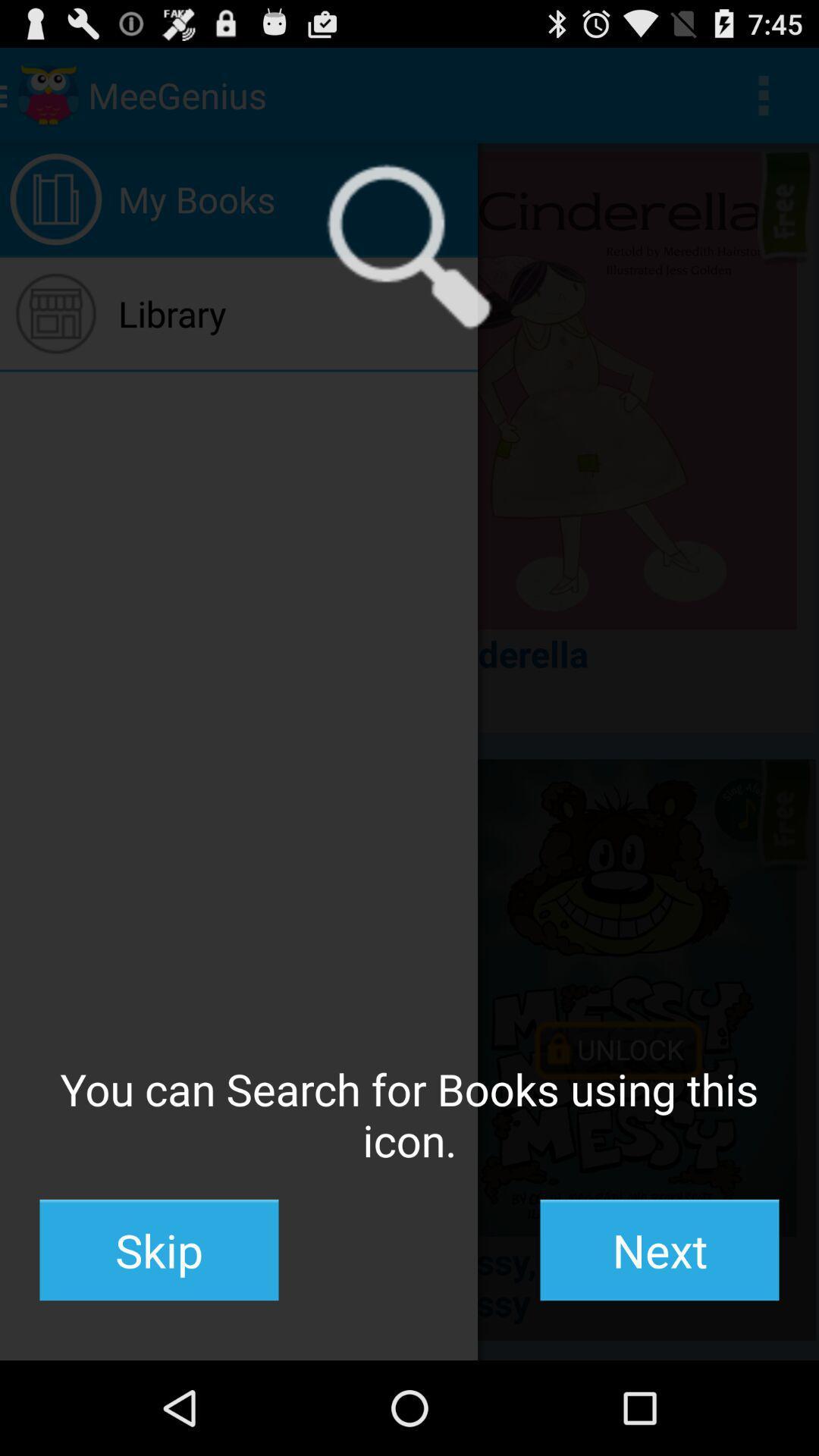  Describe the element at coordinates (659, 1250) in the screenshot. I see `button to the right of skip button` at that location.